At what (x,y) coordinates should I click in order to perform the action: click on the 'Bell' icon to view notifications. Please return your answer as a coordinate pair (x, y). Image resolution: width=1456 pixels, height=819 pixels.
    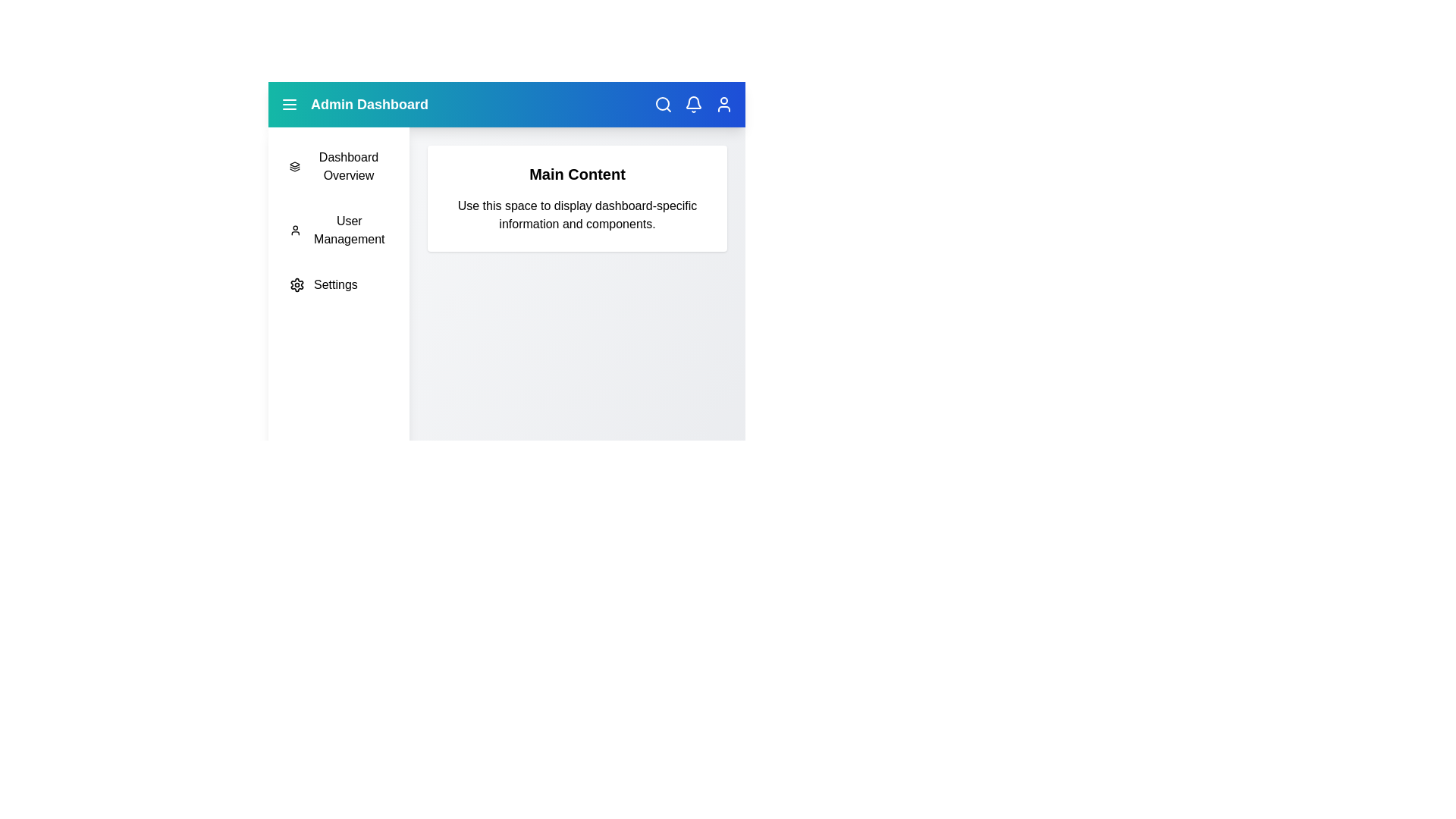
    Looking at the image, I should click on (693, 104).